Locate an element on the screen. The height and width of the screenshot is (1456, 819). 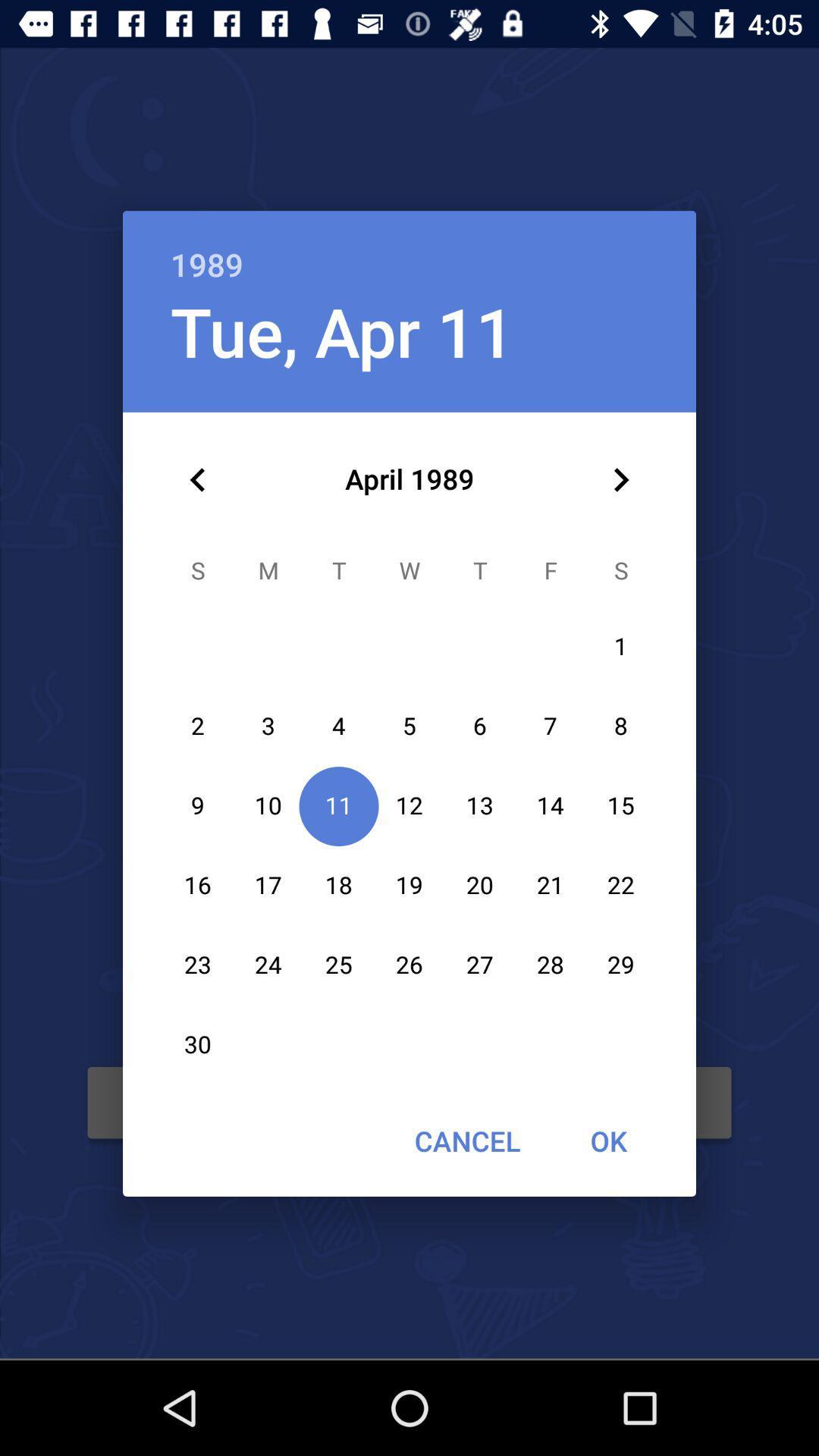
ok item is located at coordinates (607, 1141).